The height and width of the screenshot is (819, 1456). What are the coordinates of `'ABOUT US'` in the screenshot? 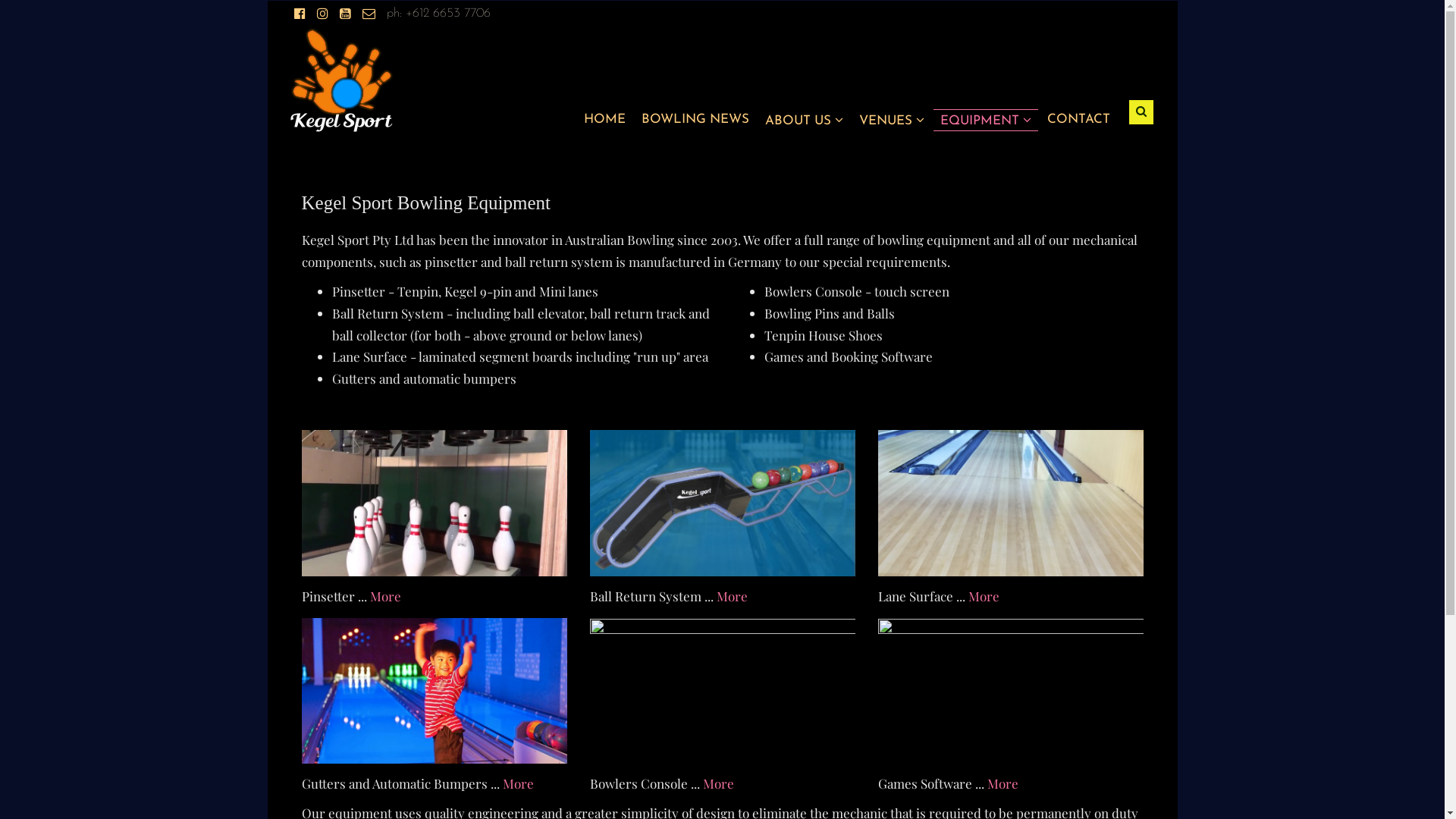 It's located at (802, 119).